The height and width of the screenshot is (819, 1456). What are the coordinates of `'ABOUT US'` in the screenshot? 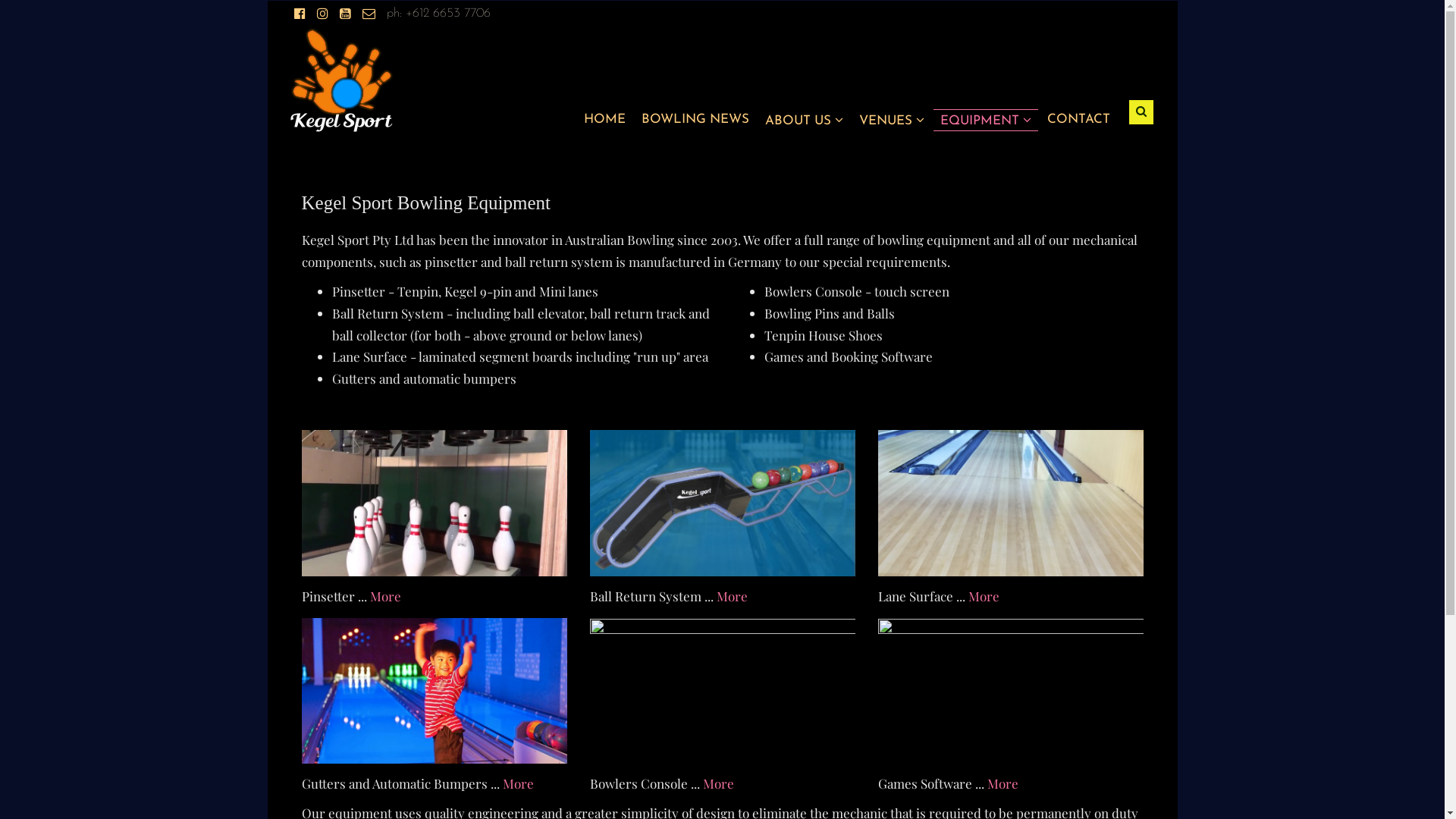 It's located at (802, 119).